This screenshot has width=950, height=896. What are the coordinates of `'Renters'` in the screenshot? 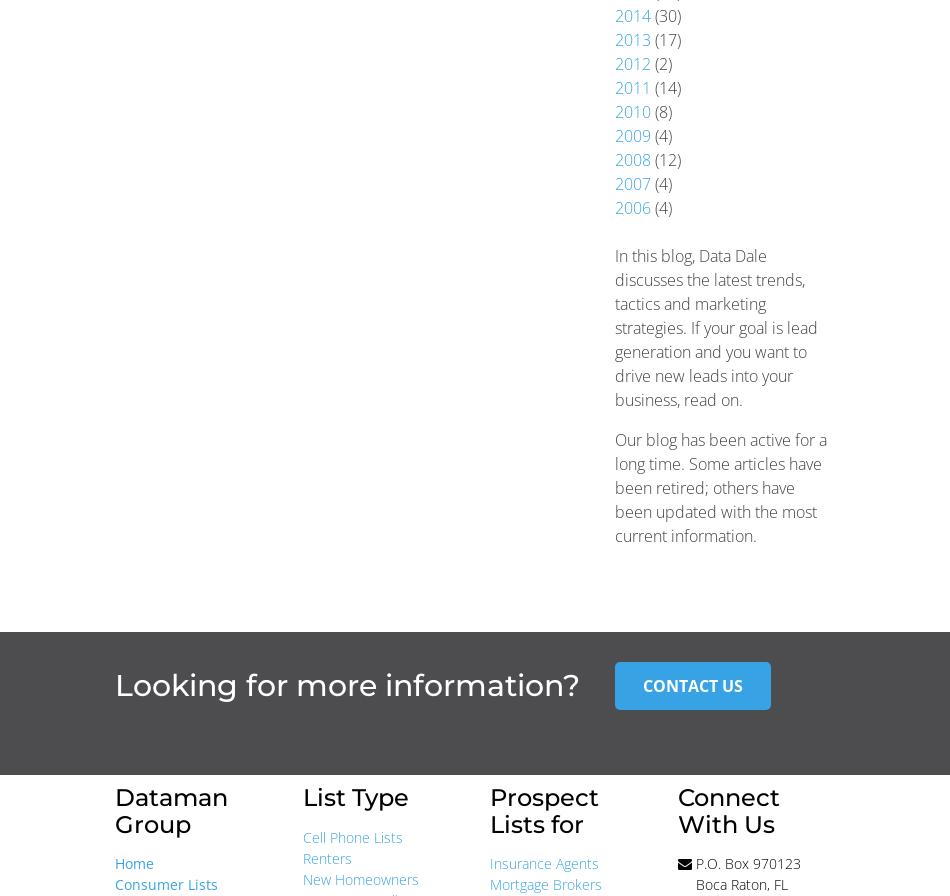 It's located at (325, 857).